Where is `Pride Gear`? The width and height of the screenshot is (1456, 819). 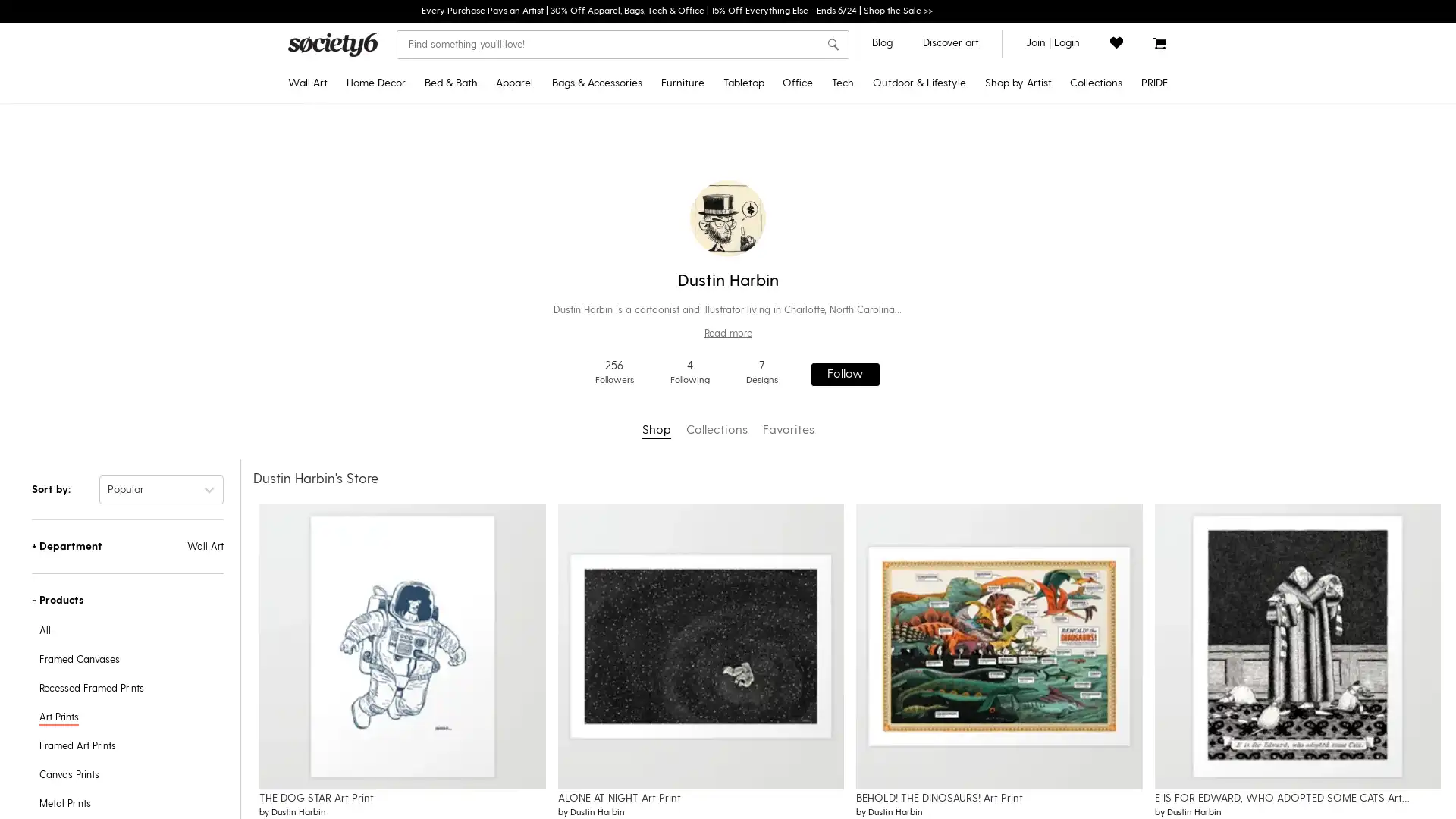
Pride Gear is located at coordinates (1094, 170).